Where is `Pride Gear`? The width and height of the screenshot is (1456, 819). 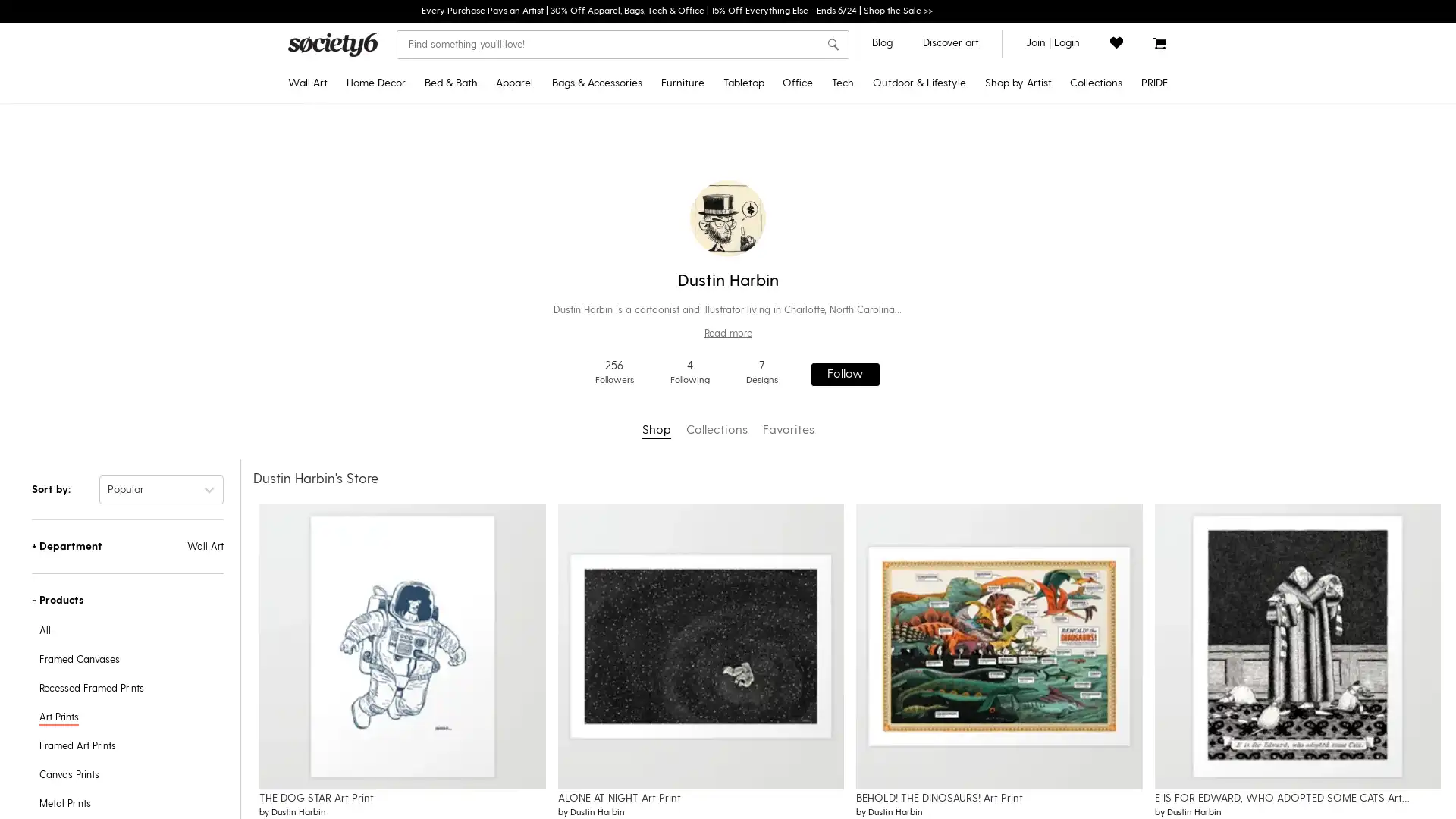
Pride Gear is located at coordinates (1094, 170).